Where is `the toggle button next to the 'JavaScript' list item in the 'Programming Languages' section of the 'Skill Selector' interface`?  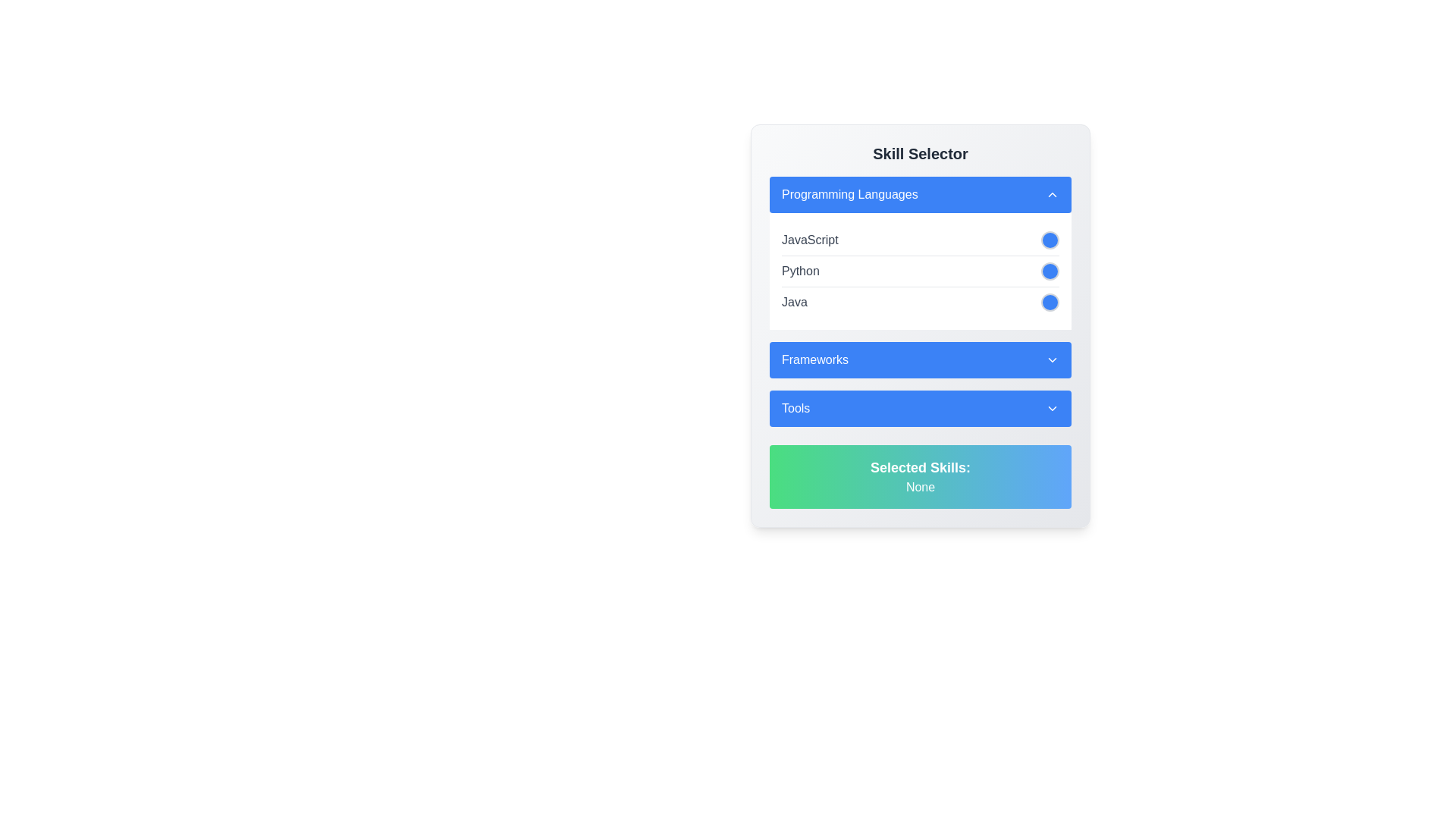
the toggle button next to the 'JavaScript' list item in the 'Programming Languages' section of the 'Skill Selector' interface is located at coordinates (920, 239).